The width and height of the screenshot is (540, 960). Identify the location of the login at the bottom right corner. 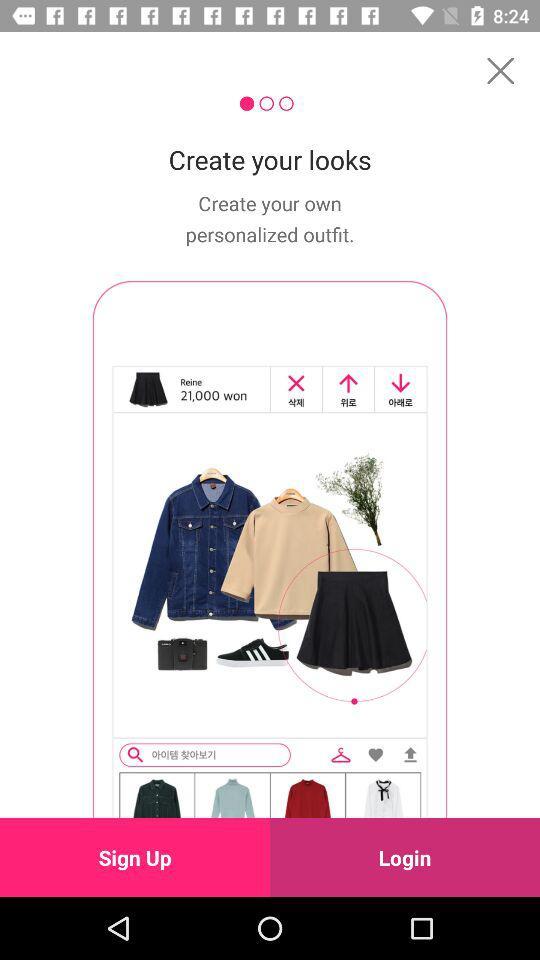
(405, 856).